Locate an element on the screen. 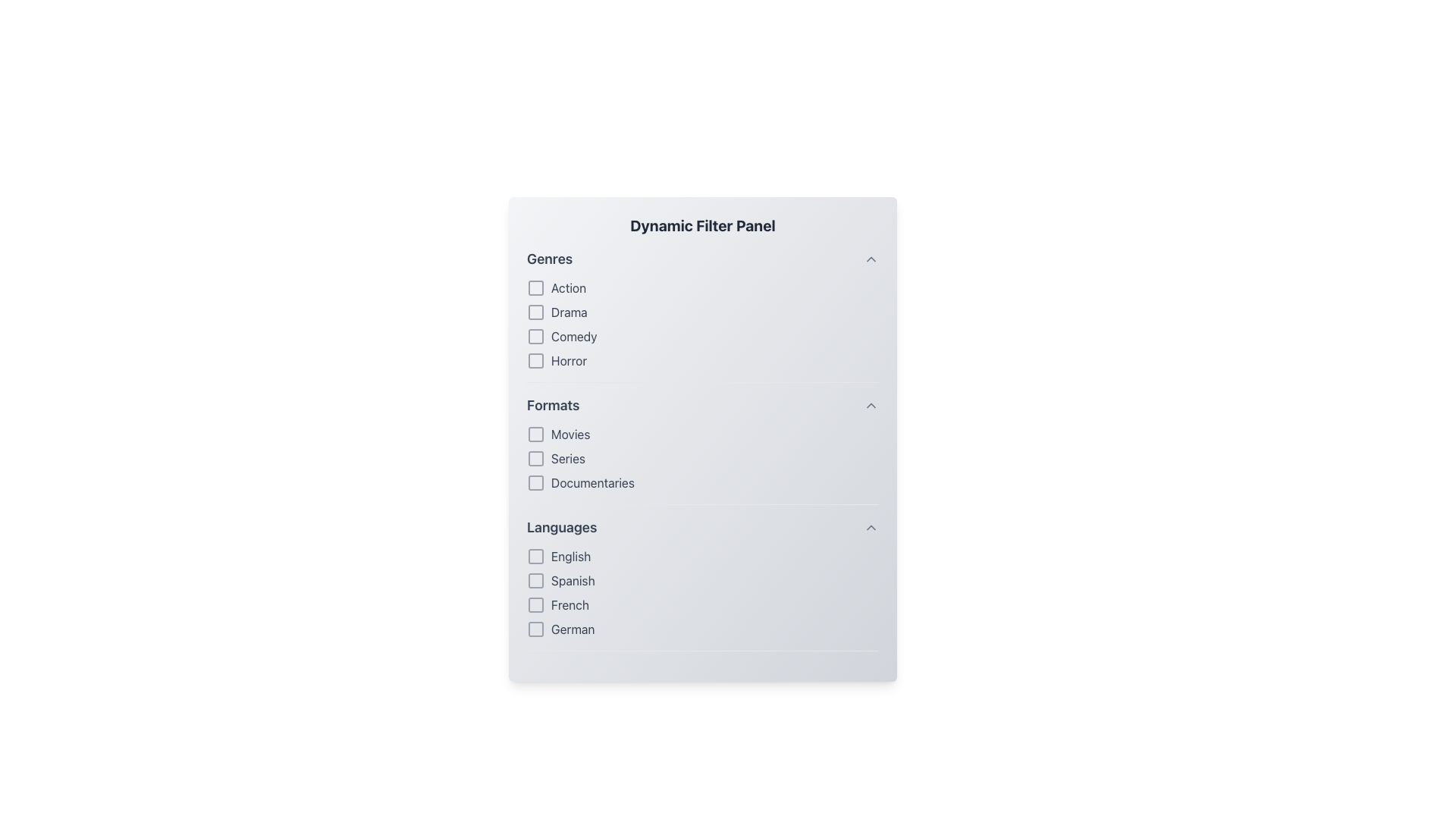 The width and height of the screenshot is (1456, 819). the square-shaped interactive Checkbox located to the left of the label 'Documentaries' in the 'Formats' section of the 'Dynamic Filter Panel' is located at coordinates (535, 482).